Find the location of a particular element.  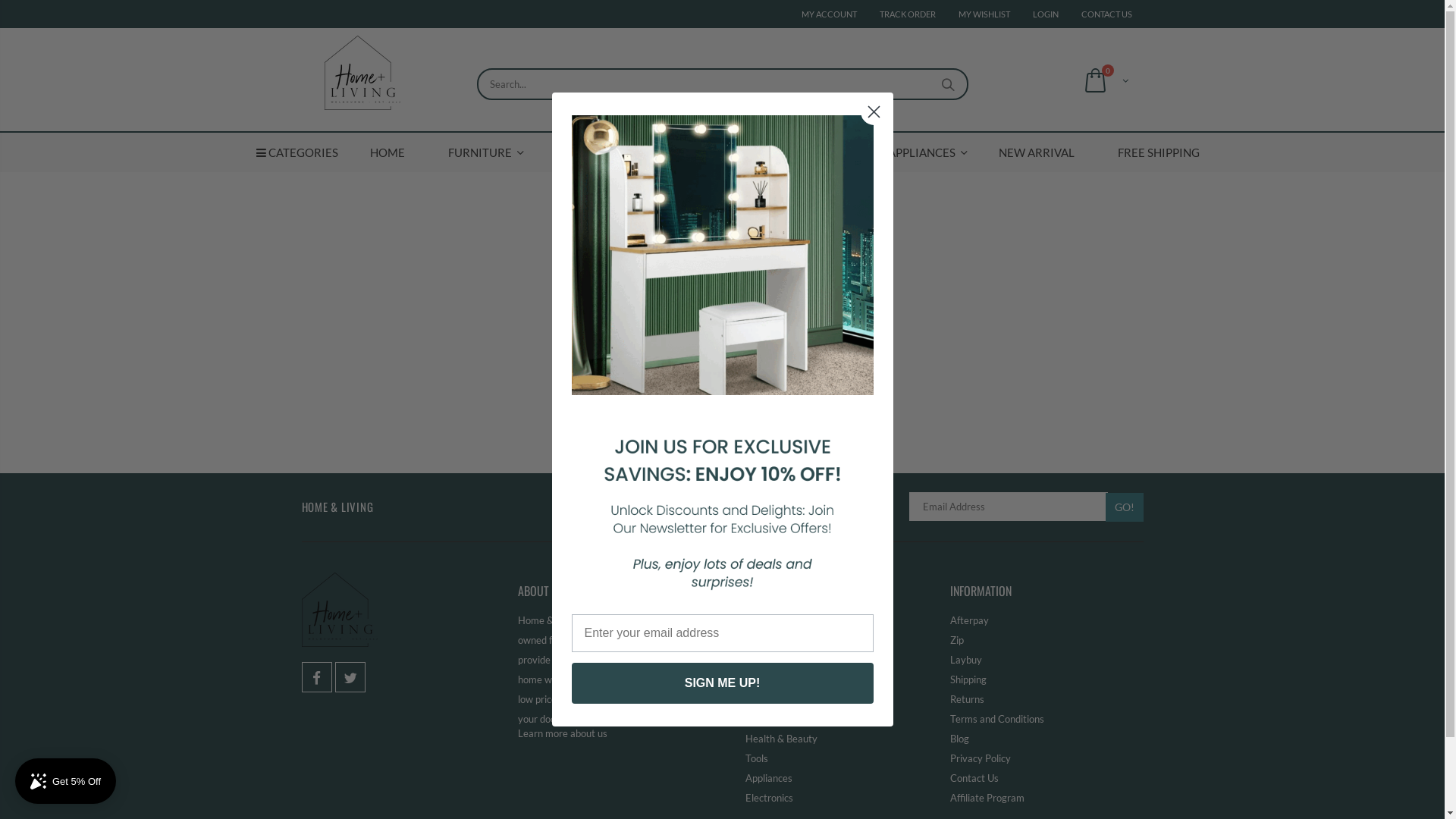

'Privacy Policy' is located at coordinates (949, 758).